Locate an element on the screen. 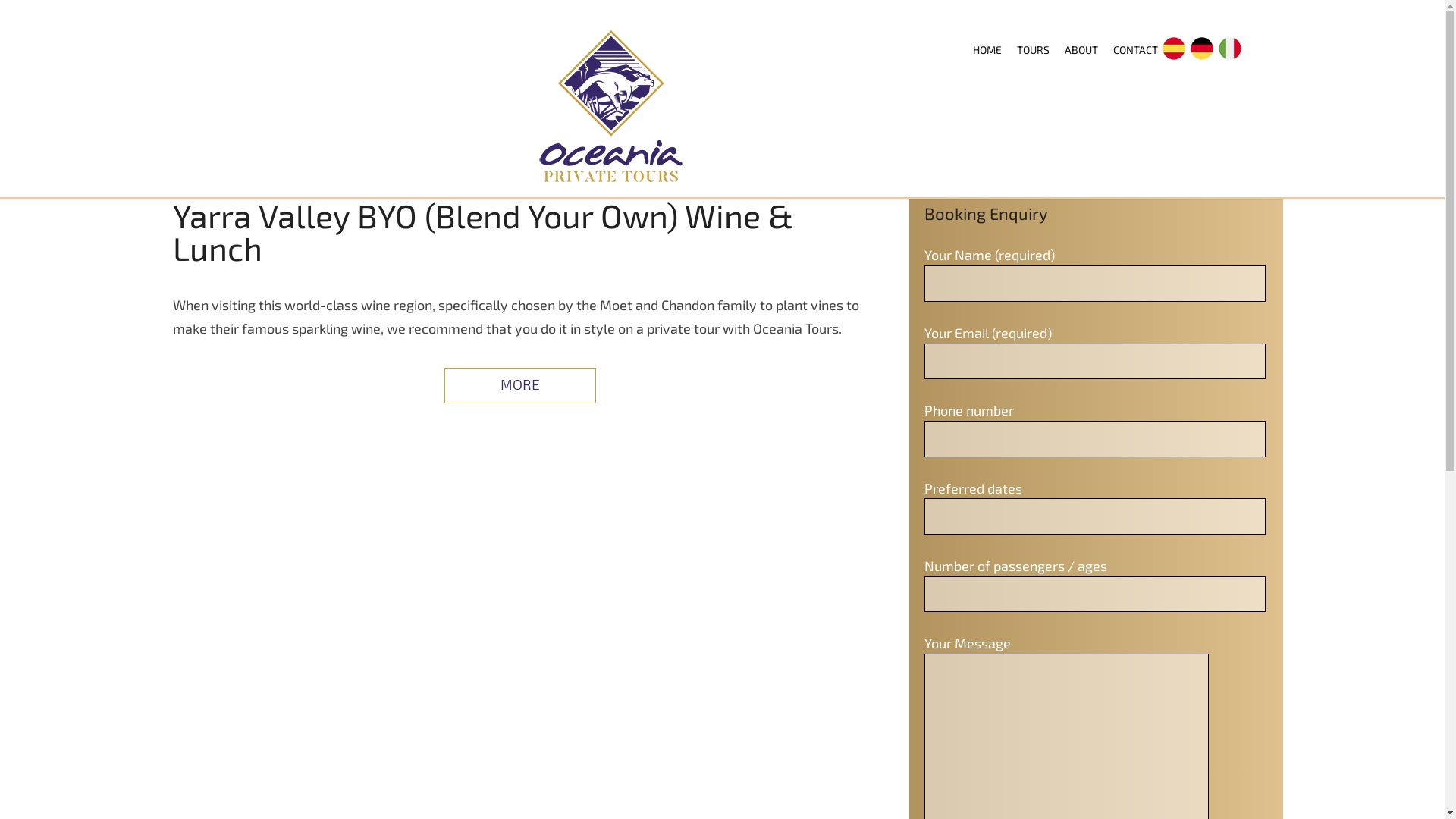 The image size is (1456, 819). 'TOURS' is located at coordinates (1025, 49).